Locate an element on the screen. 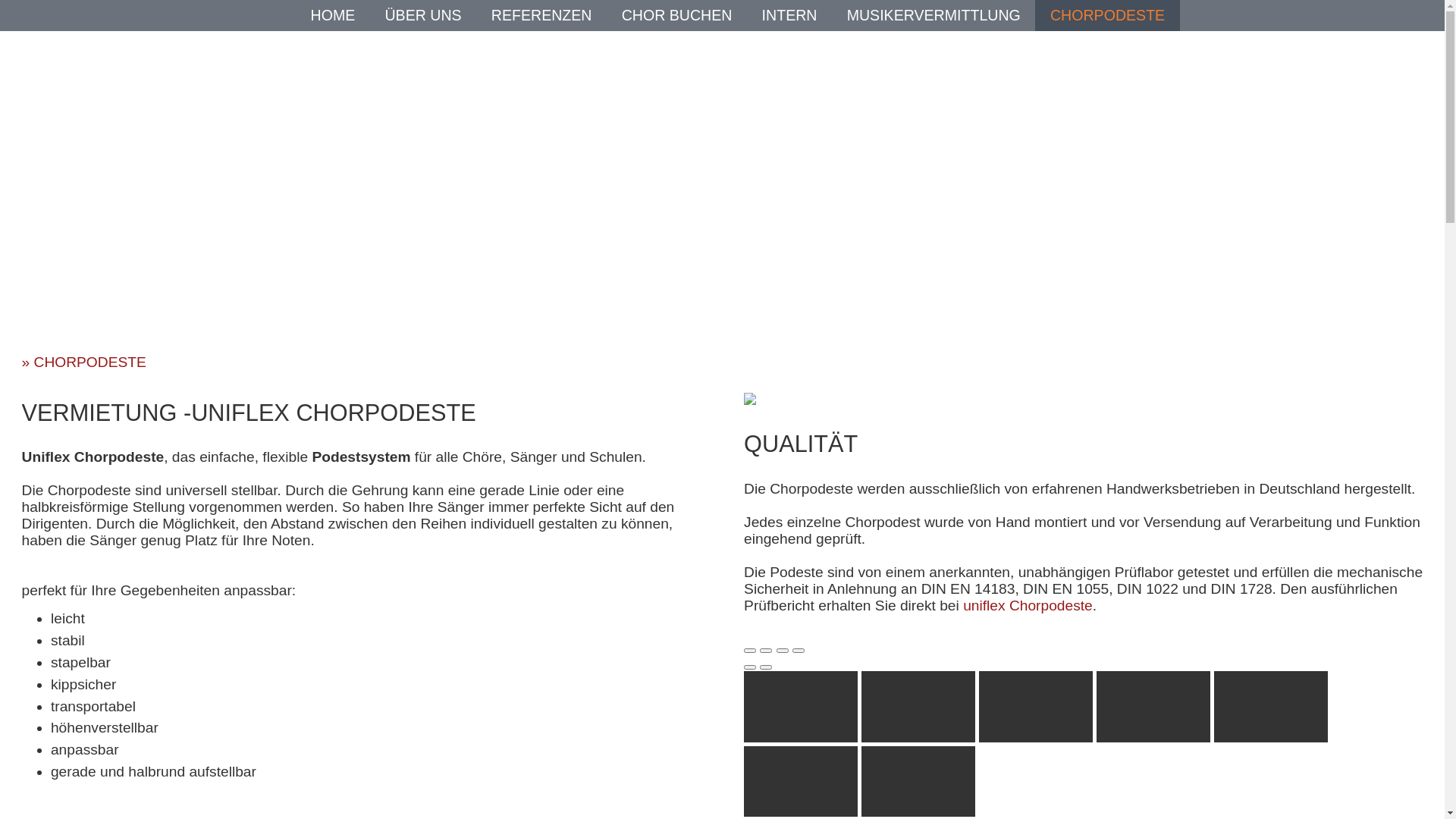 This screenshot has width=1456, height=819. 'INTERN' is located at coordinates (761, 14).